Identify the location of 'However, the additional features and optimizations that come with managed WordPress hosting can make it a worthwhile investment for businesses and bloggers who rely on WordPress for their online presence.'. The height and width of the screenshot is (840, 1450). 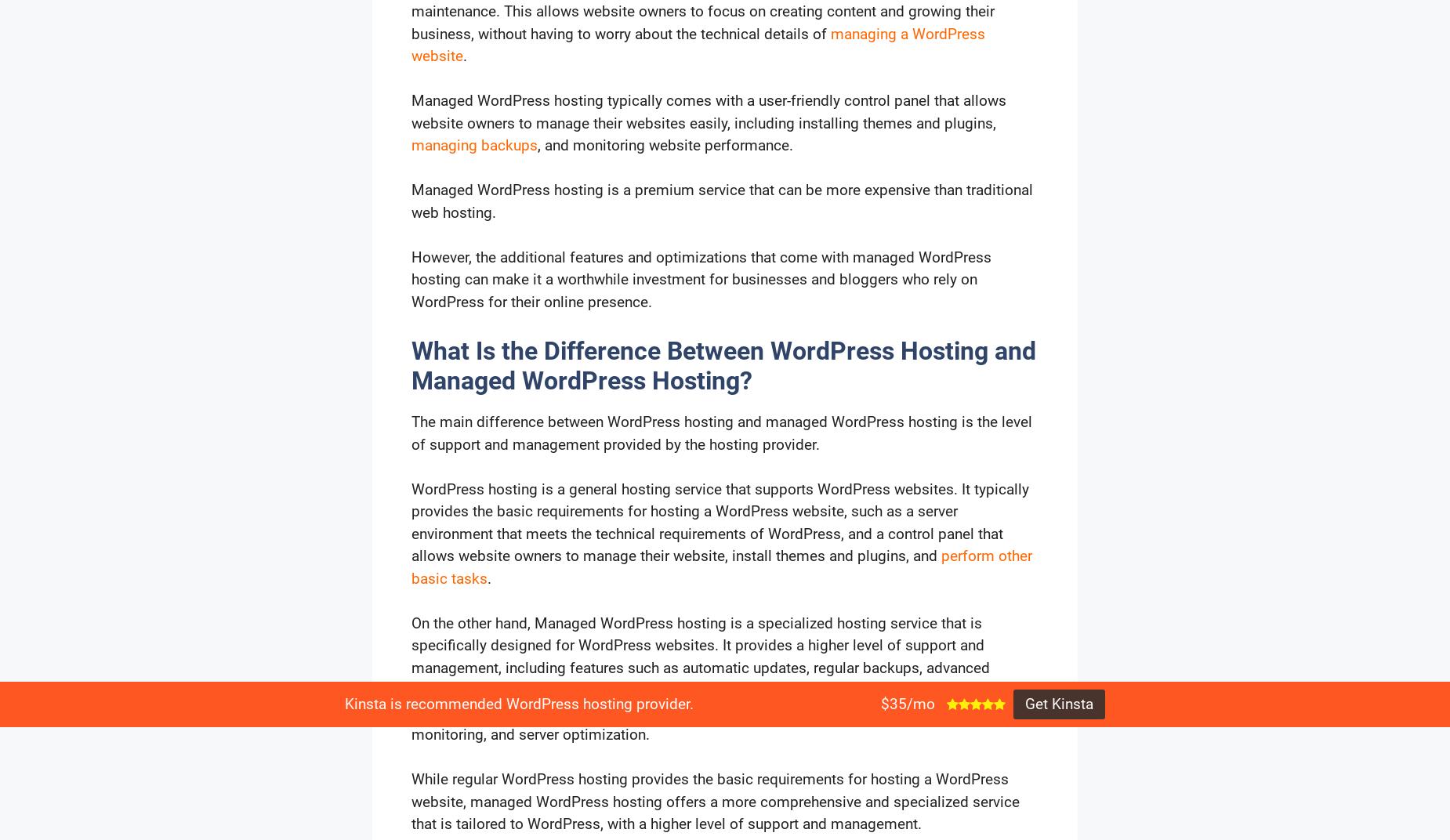
(701, 279).